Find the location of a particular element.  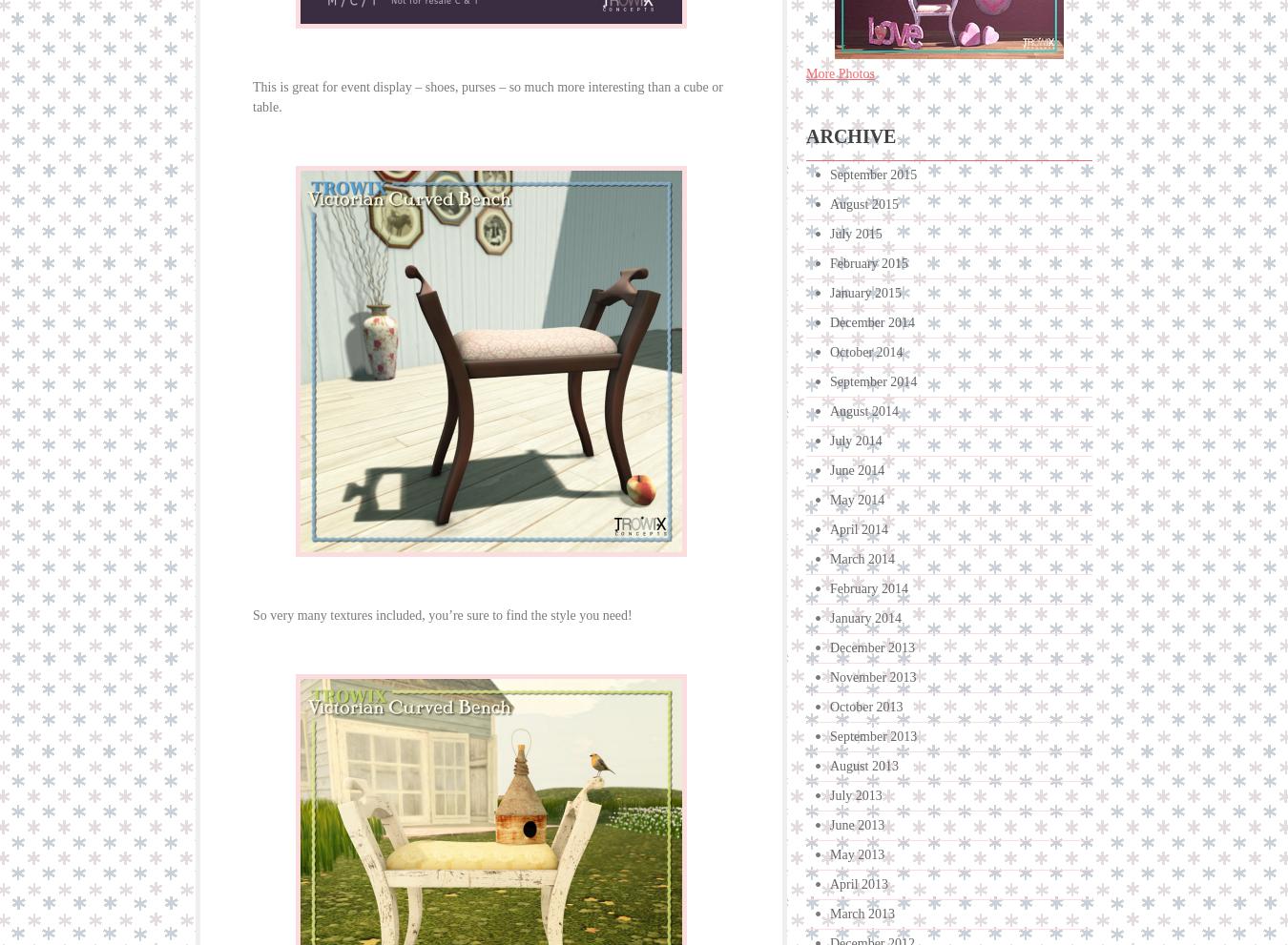

'March 2013' is located at coordinates (861, 914).